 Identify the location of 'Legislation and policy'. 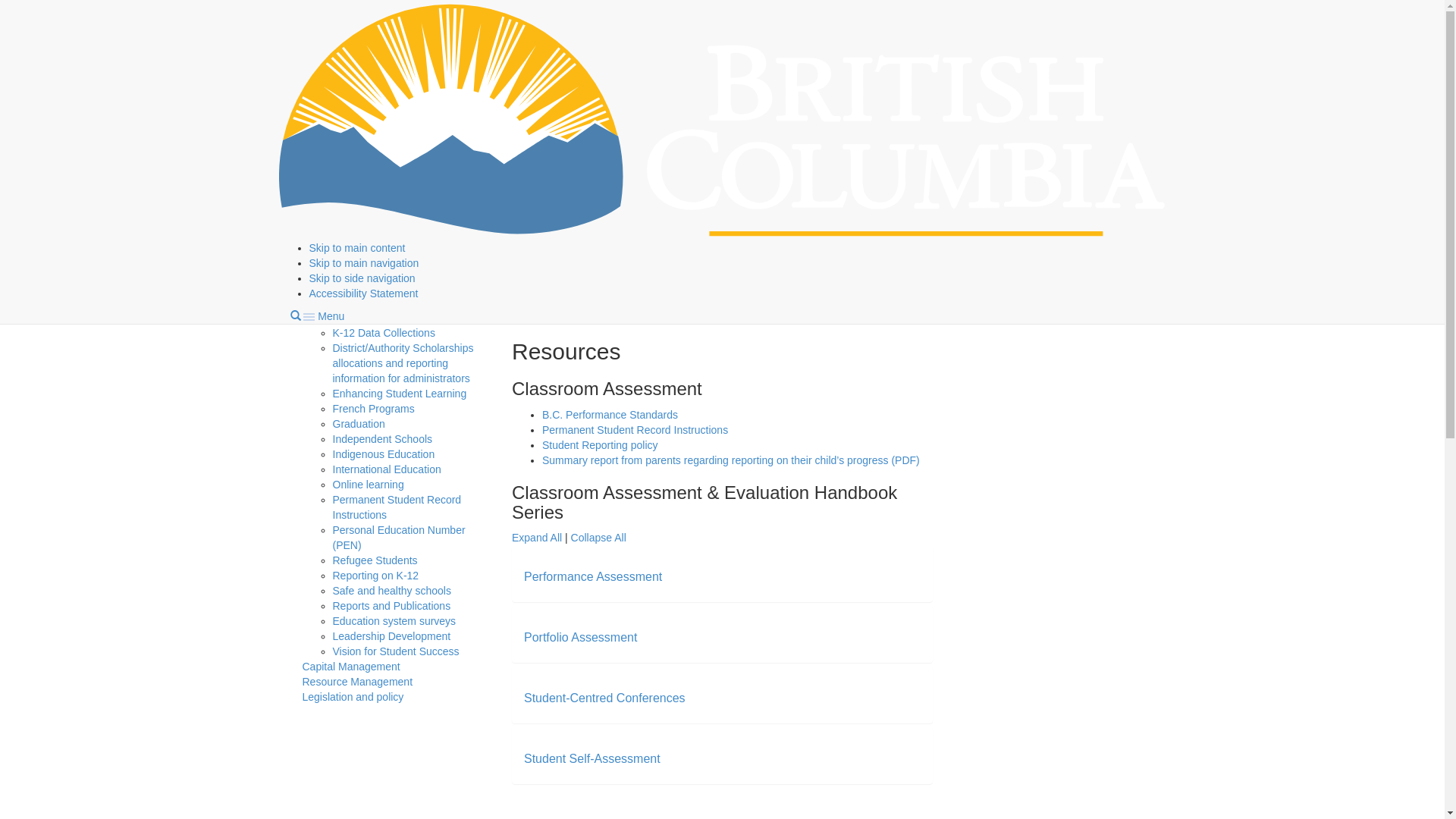
(352, 696).